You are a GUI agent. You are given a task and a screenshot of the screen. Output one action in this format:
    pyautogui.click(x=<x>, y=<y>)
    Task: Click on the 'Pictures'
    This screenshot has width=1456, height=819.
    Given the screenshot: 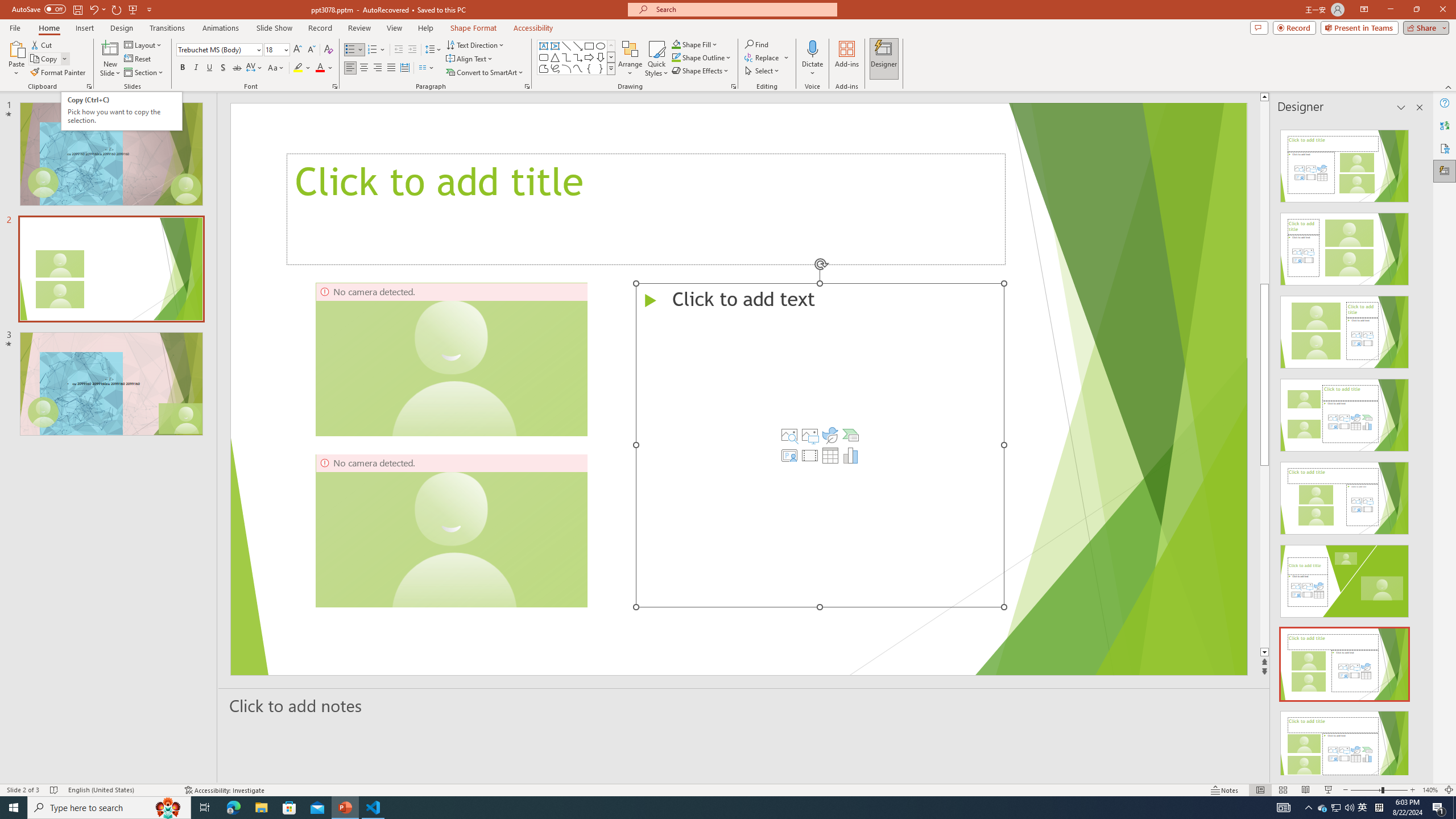 What is the action you would take?
    pyautogui.click(x=809, y=434)
    